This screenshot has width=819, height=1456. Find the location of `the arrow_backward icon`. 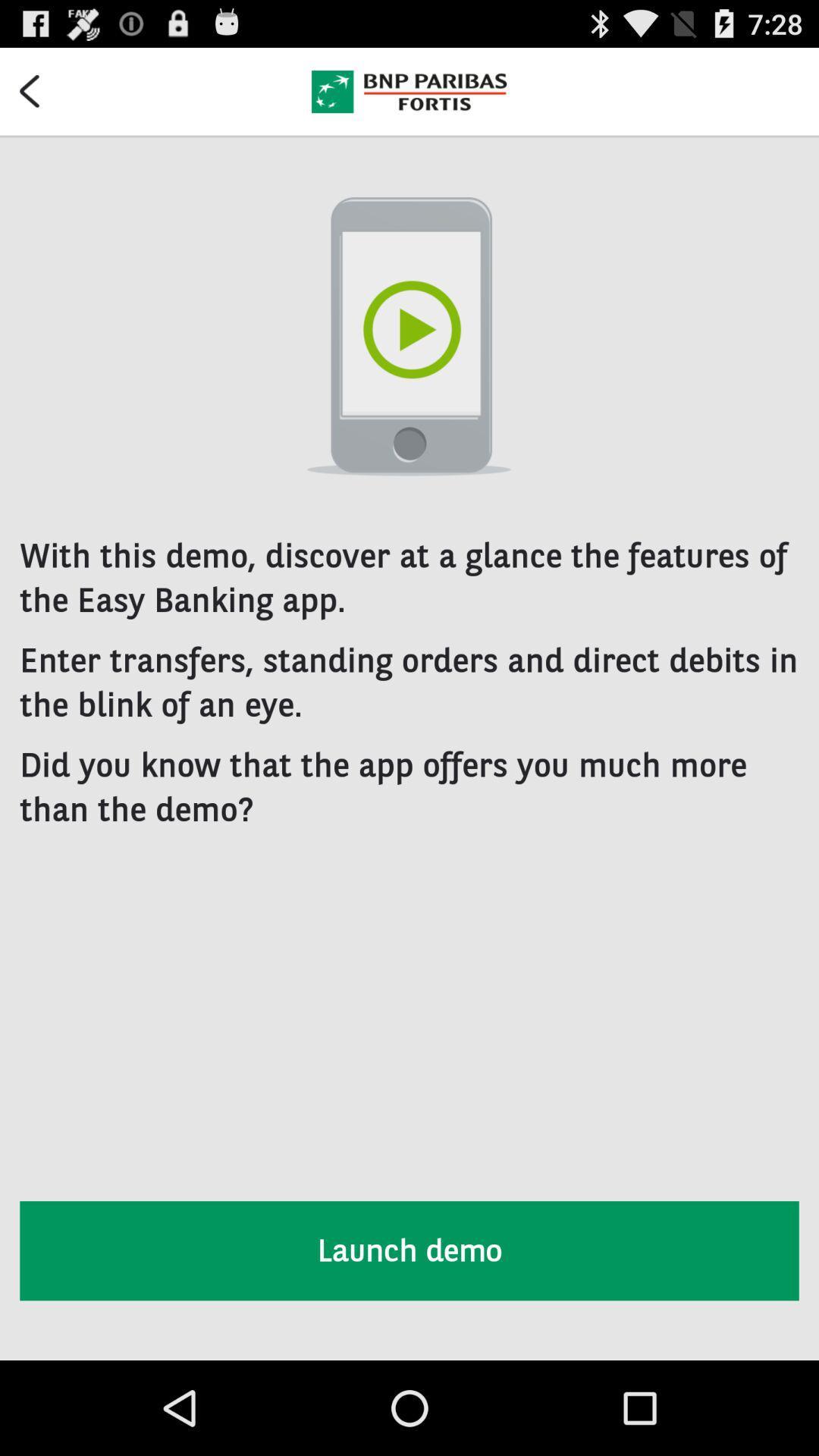

the arrow_backward icon is located at coordinates (39, 96).